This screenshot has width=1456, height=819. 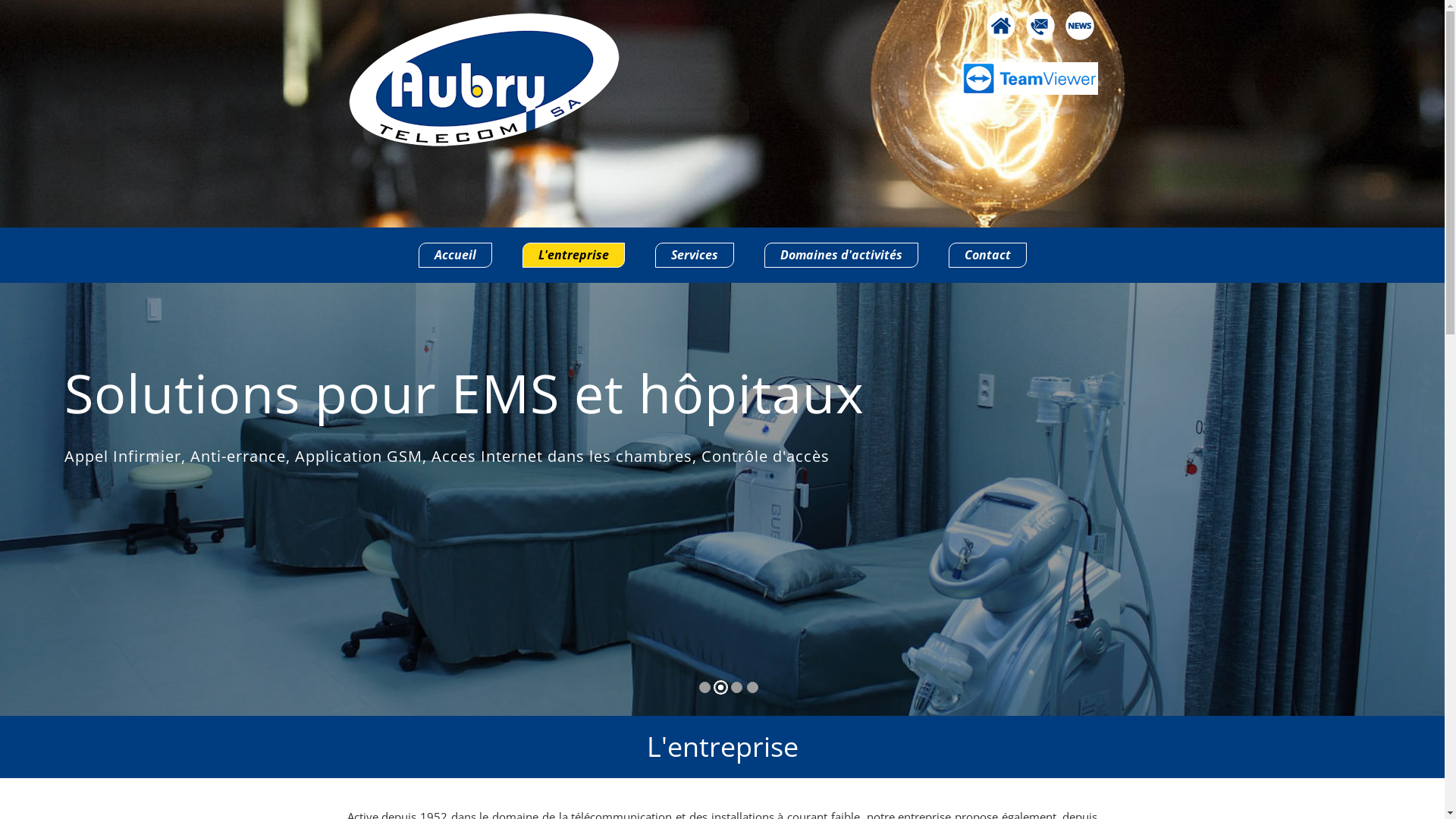 What do you see at coordinates (454, 254) in the screenshot?
I see `'Accueil'` at bounding box center [454, 254].